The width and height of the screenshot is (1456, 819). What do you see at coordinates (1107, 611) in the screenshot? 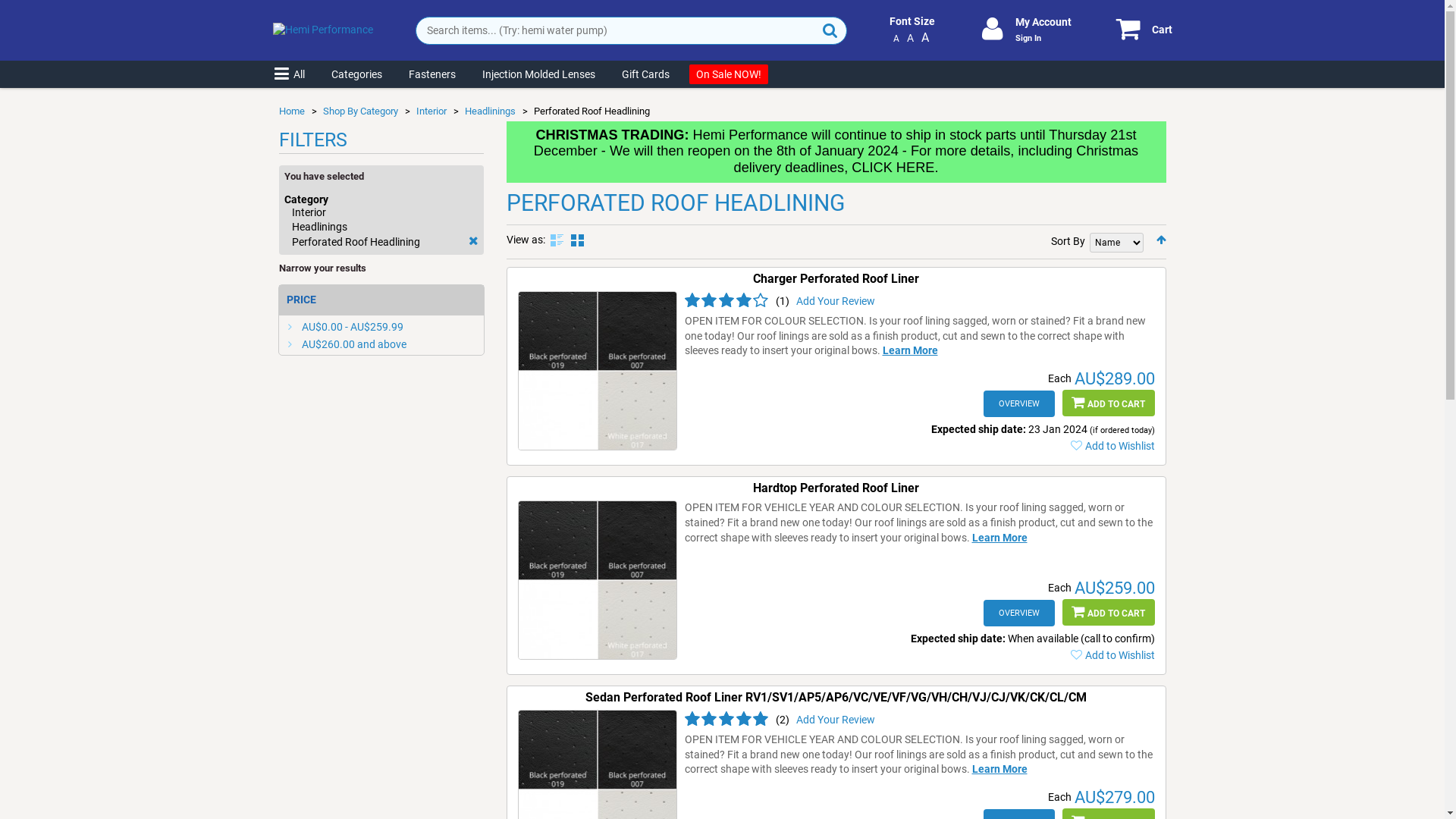
I see `'ADD TO CART'` at bounding box center [1107, 611].